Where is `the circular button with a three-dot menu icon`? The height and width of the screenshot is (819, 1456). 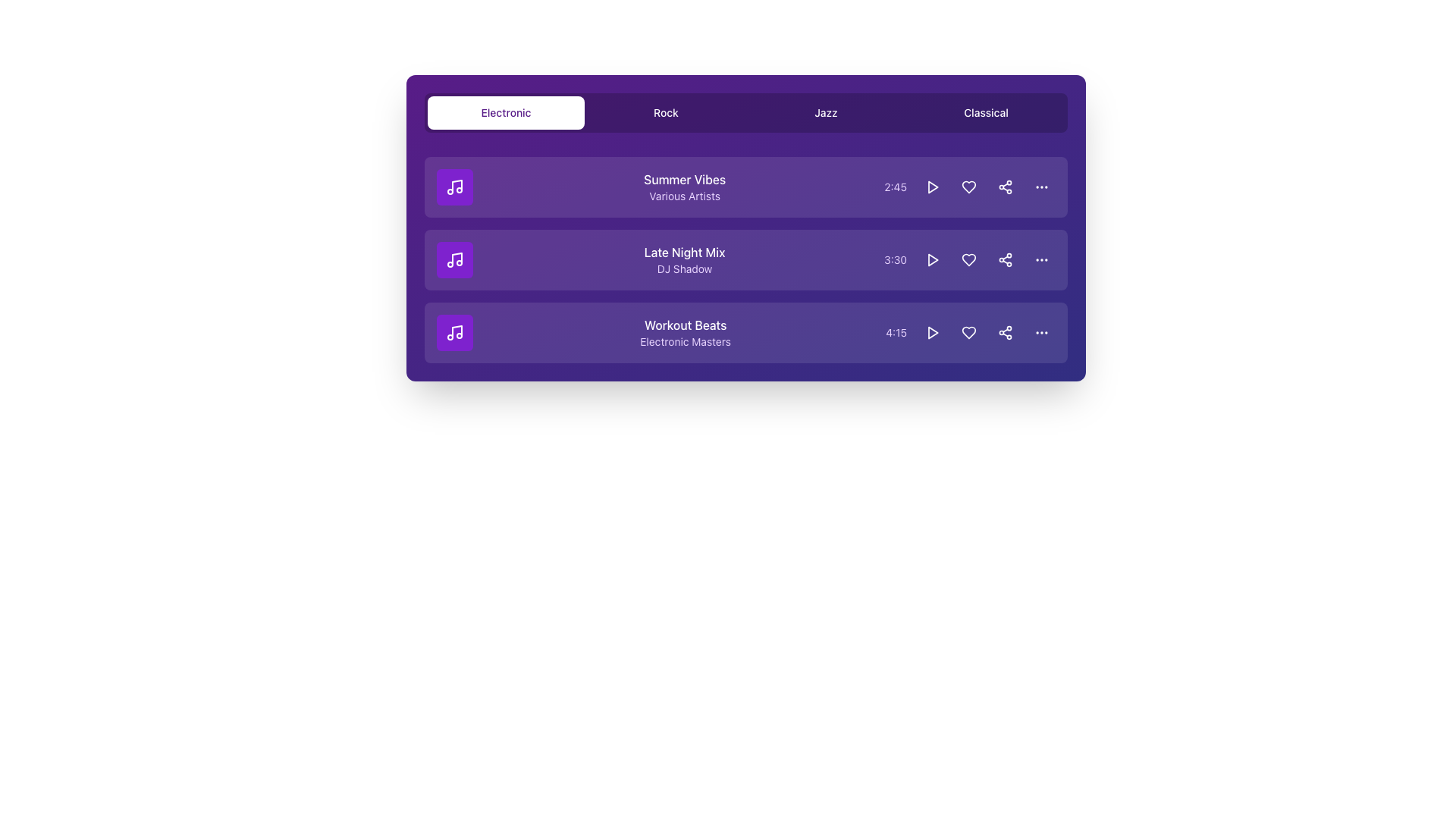
the circular button with a three-dot menu icon is located at coordinates (1040, 332).